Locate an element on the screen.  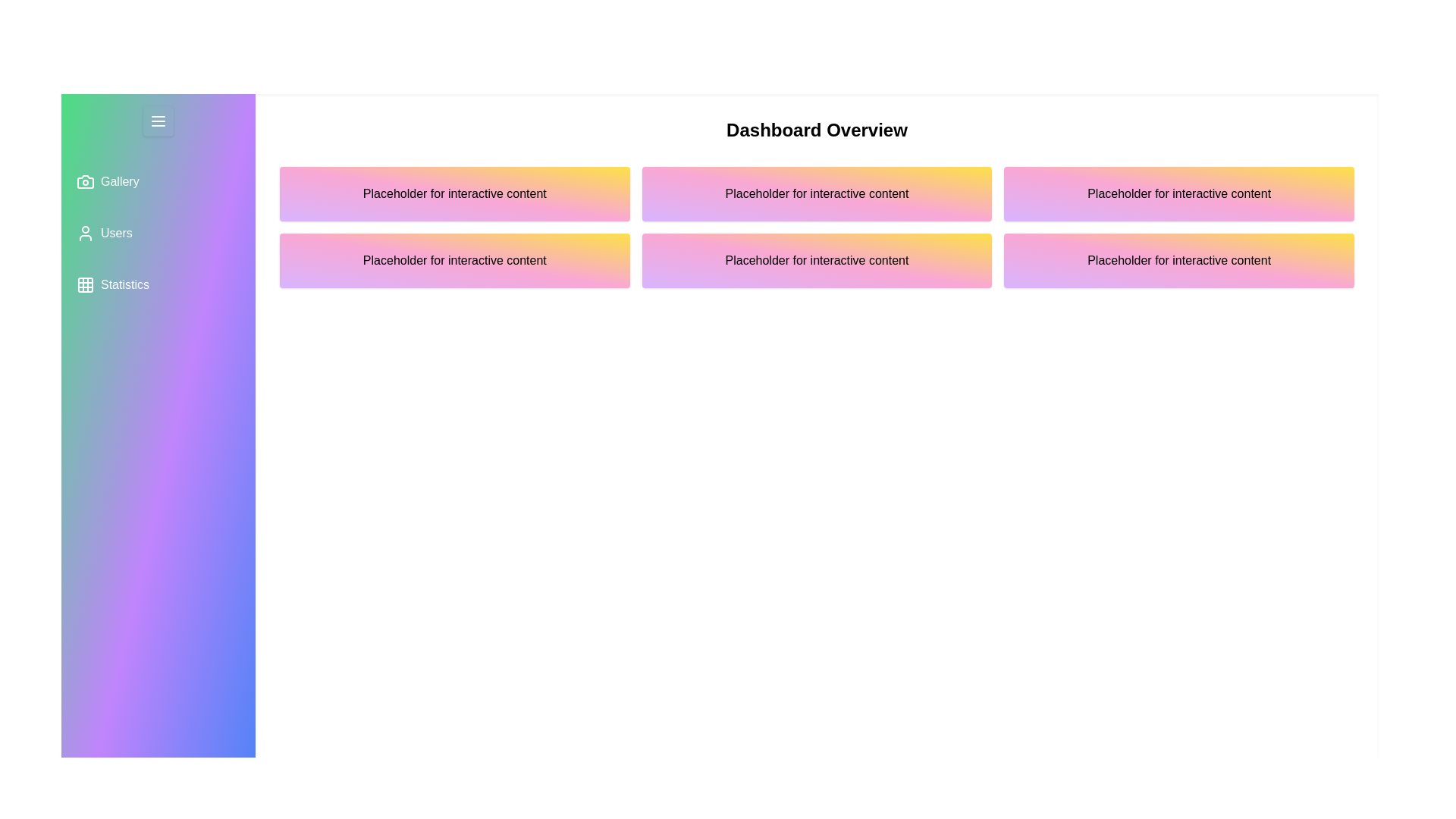
the menu item labeled Statistics to navigate to the corresponding section is located at coordinates (158, 284).